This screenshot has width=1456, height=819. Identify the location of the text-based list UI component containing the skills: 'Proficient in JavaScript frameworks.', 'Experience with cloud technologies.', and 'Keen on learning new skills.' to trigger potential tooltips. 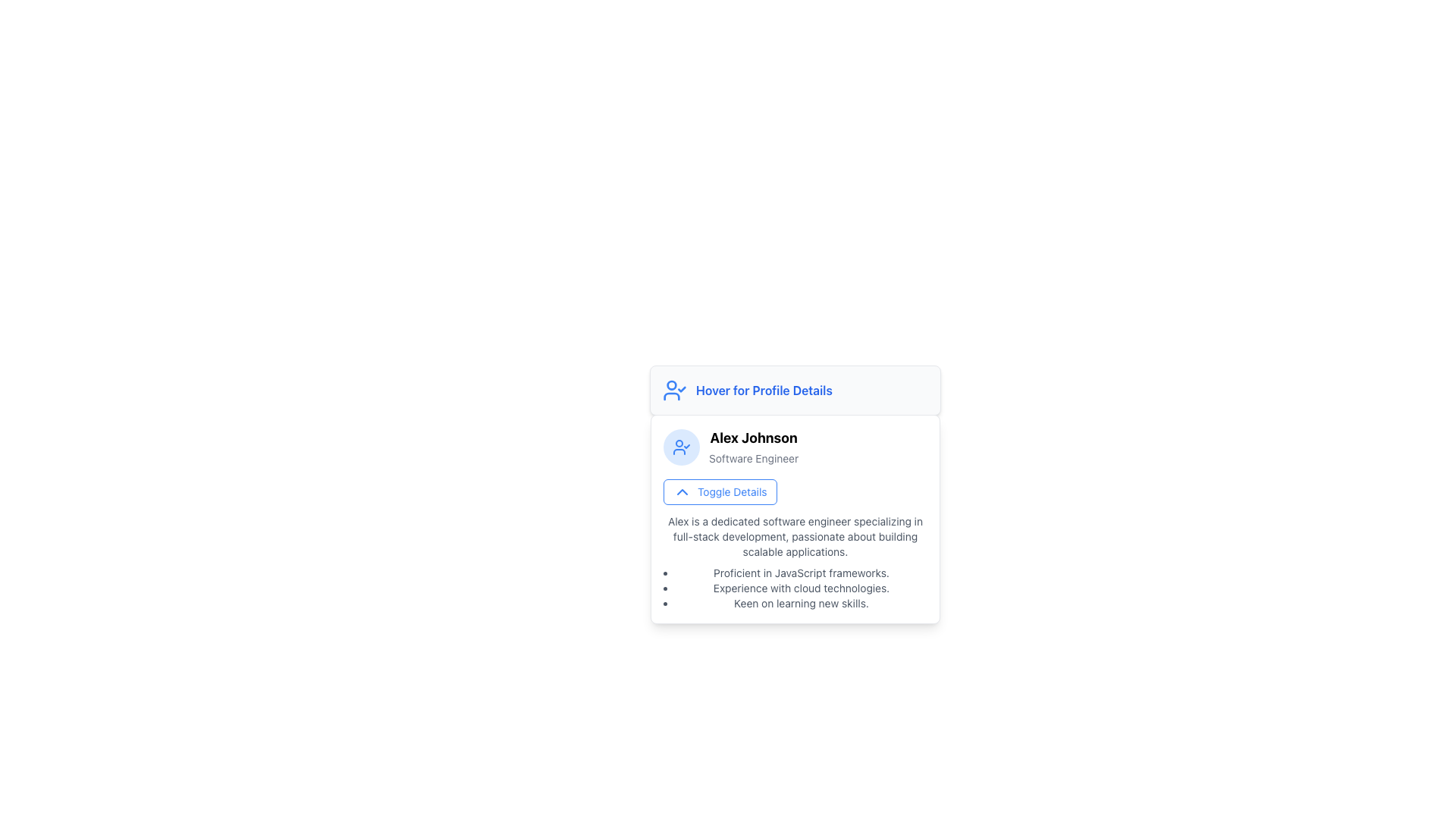
(800, 587).